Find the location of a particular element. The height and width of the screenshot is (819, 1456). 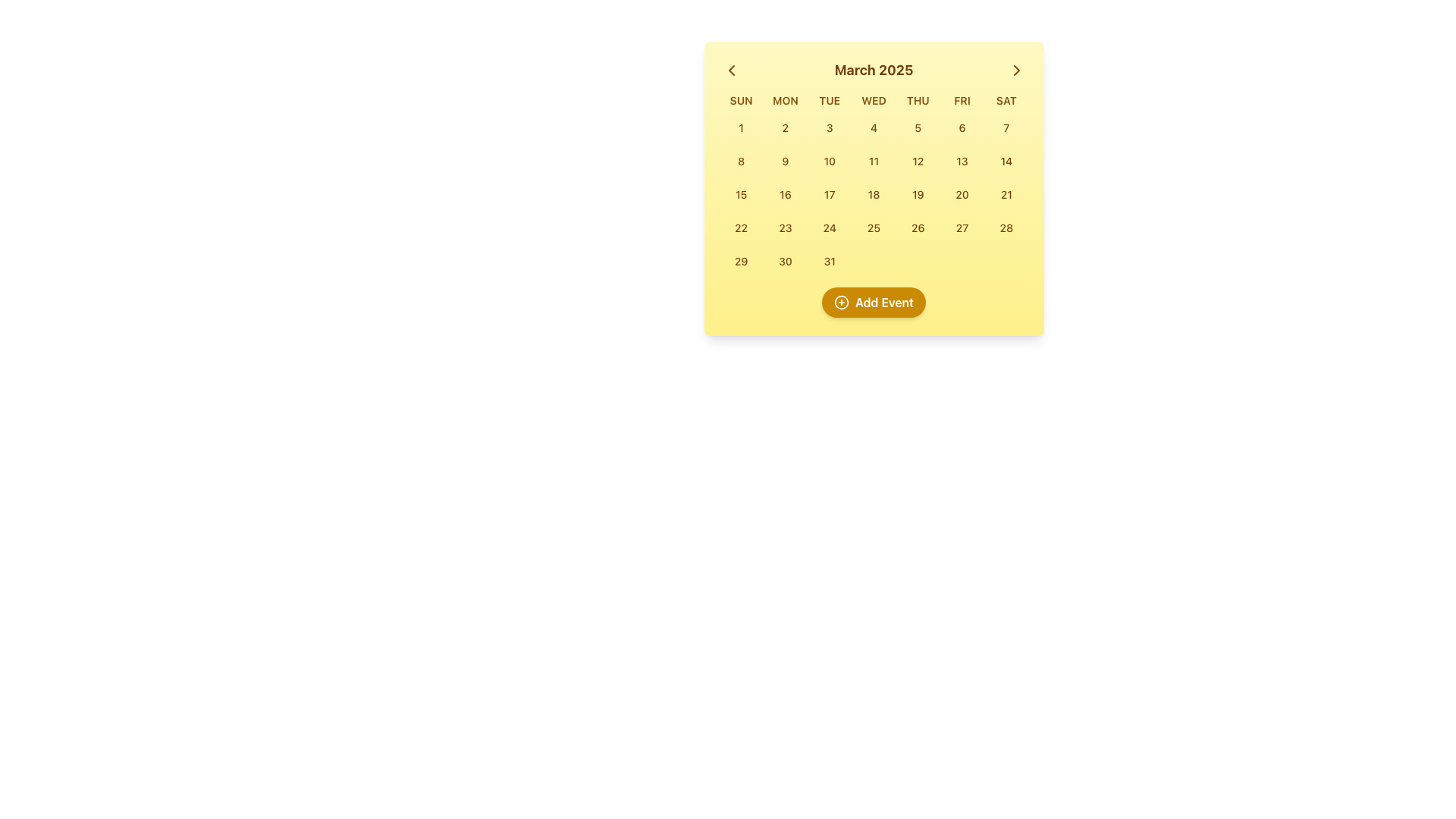

the Text element representing day 17 in the calendar grid is located at coordinates (829, 193).